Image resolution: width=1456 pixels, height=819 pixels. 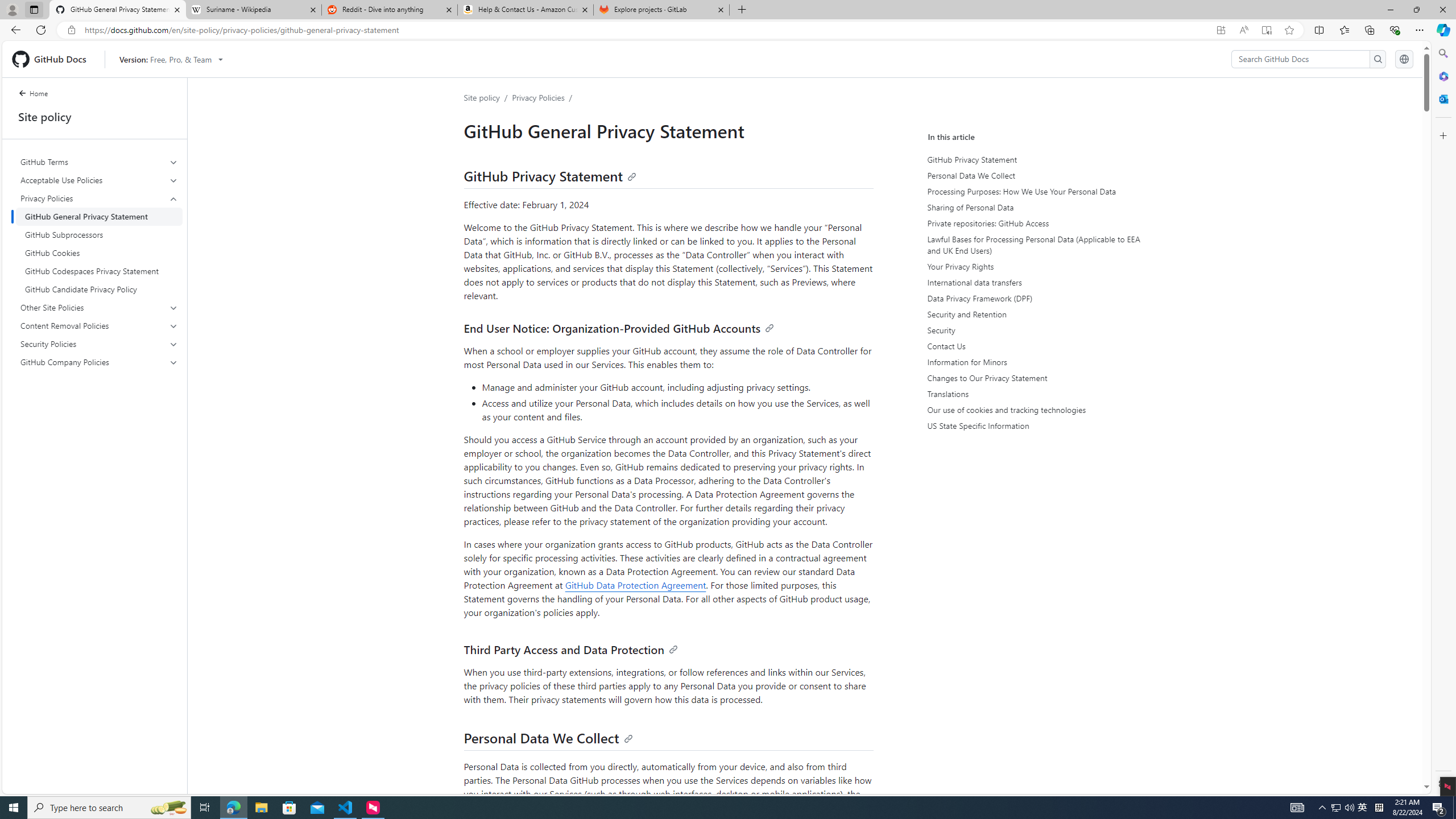 What do you see at coordinates (1034, 313) in the screenshot?
I see `'Security and Retention'` at bounding box center [1034, 313].